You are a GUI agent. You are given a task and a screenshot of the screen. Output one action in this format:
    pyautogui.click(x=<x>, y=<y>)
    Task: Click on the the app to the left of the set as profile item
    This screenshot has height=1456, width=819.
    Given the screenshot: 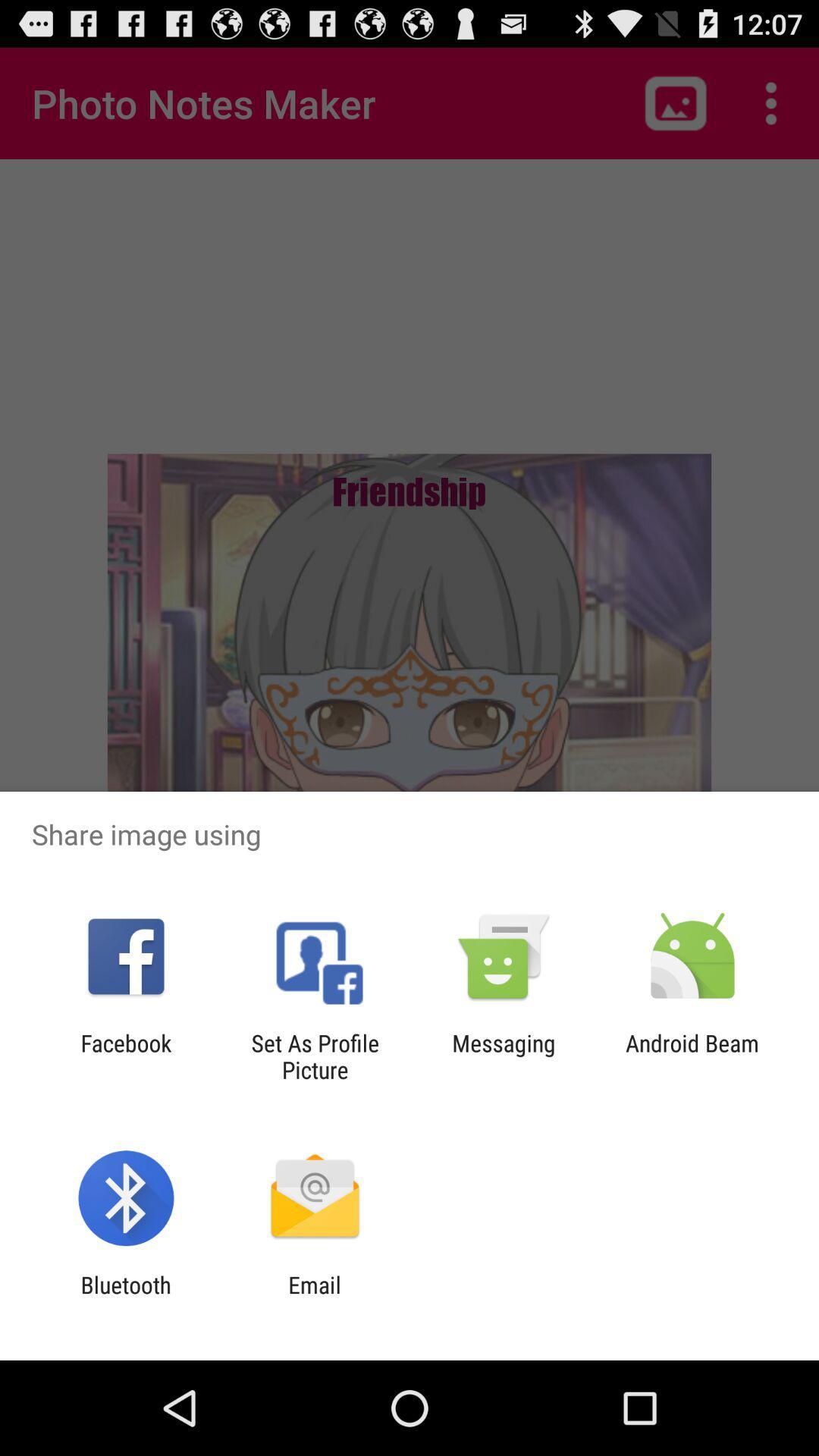 What is the action you would take?
    pyautogui.click(x=125, y=1056)
    